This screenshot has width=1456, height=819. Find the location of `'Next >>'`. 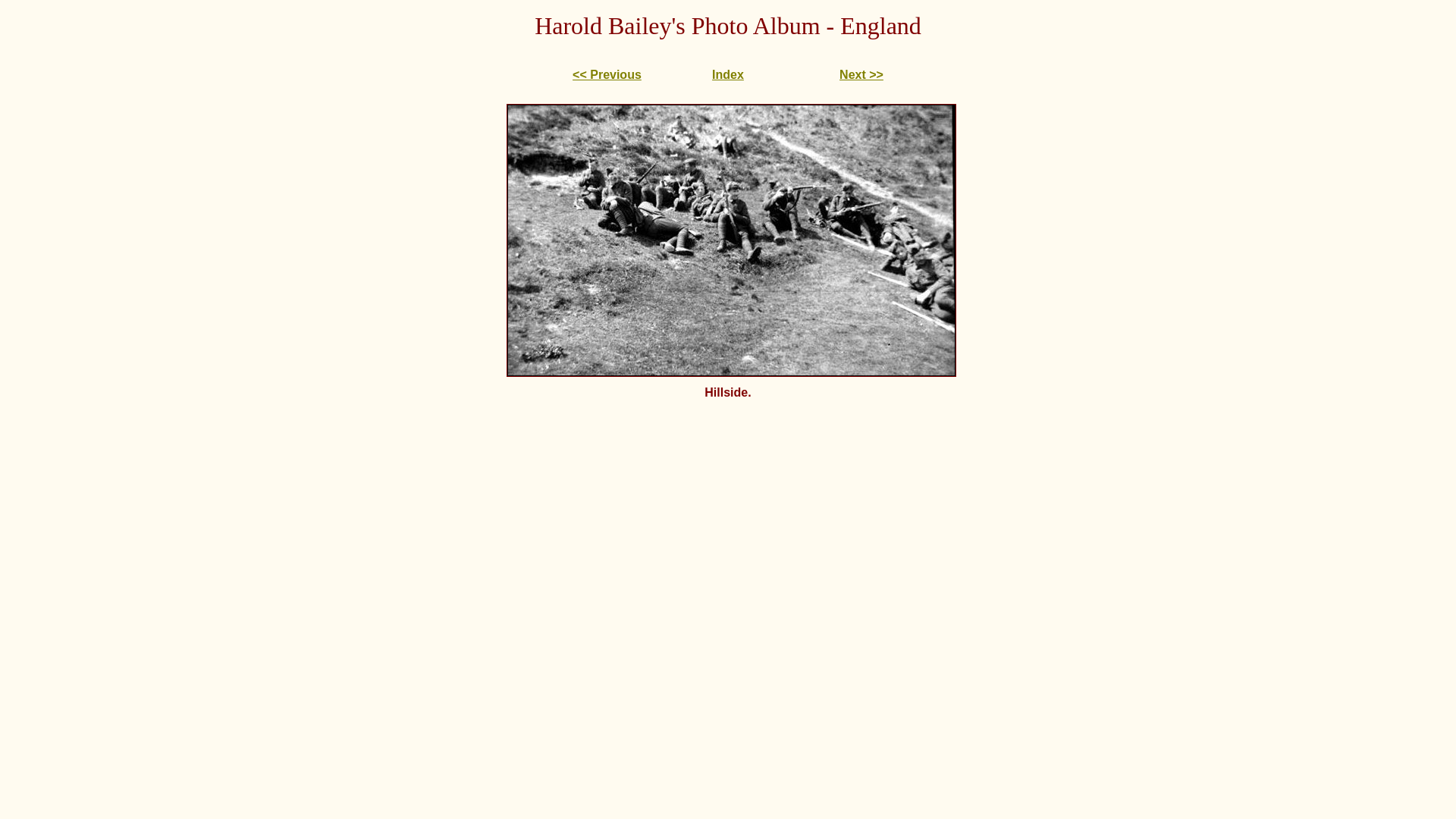

'Next >>' is located at coordinates (839, 74).